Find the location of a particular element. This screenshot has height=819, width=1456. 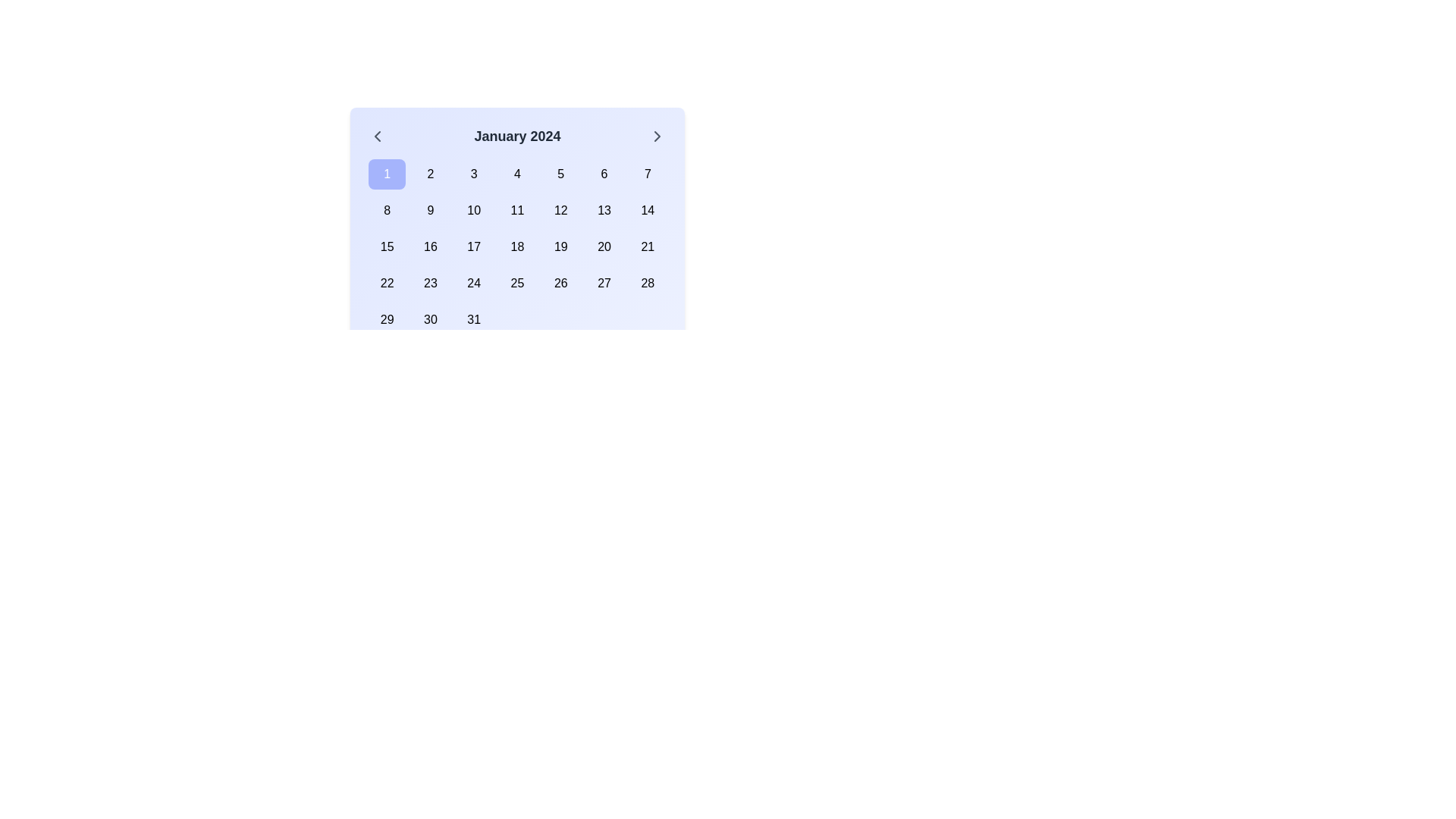

the rounded rectangular button displaying the number '31' is located at coordinates (472, 318).